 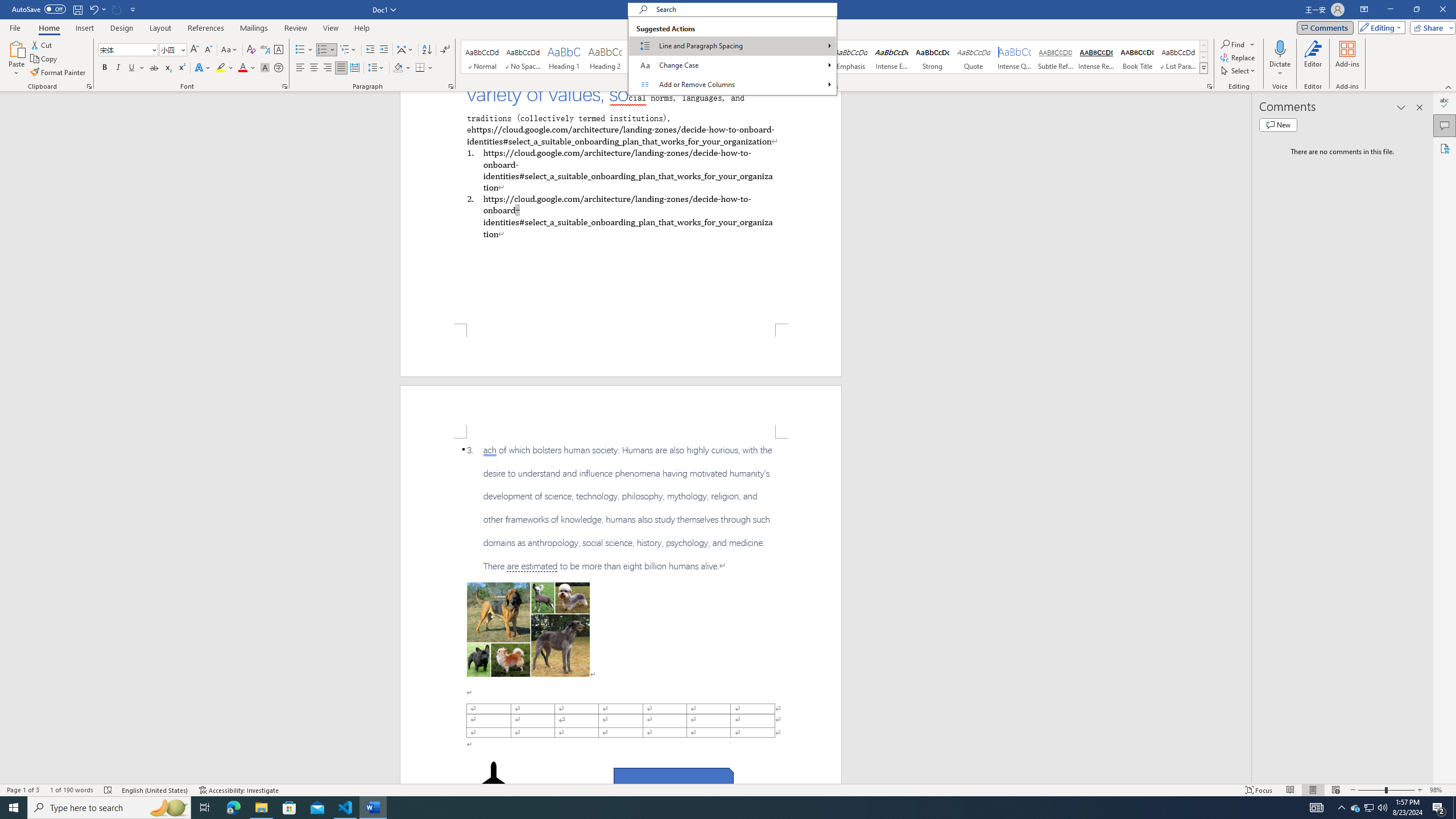 I want to click on 'Font Size', so click(x=172, y=49).